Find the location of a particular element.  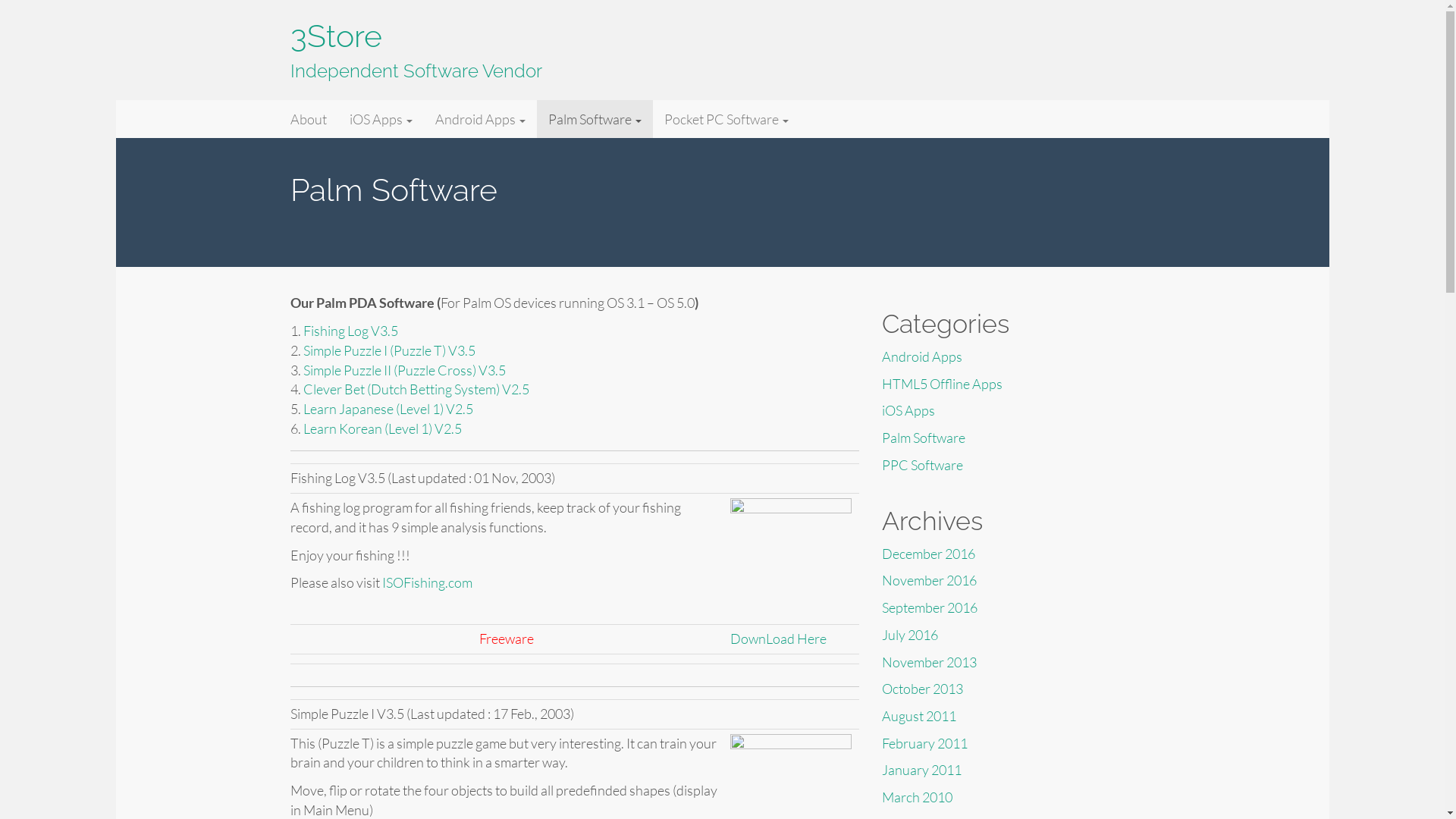

'PPC Software' is located at coordinates (921, 464).